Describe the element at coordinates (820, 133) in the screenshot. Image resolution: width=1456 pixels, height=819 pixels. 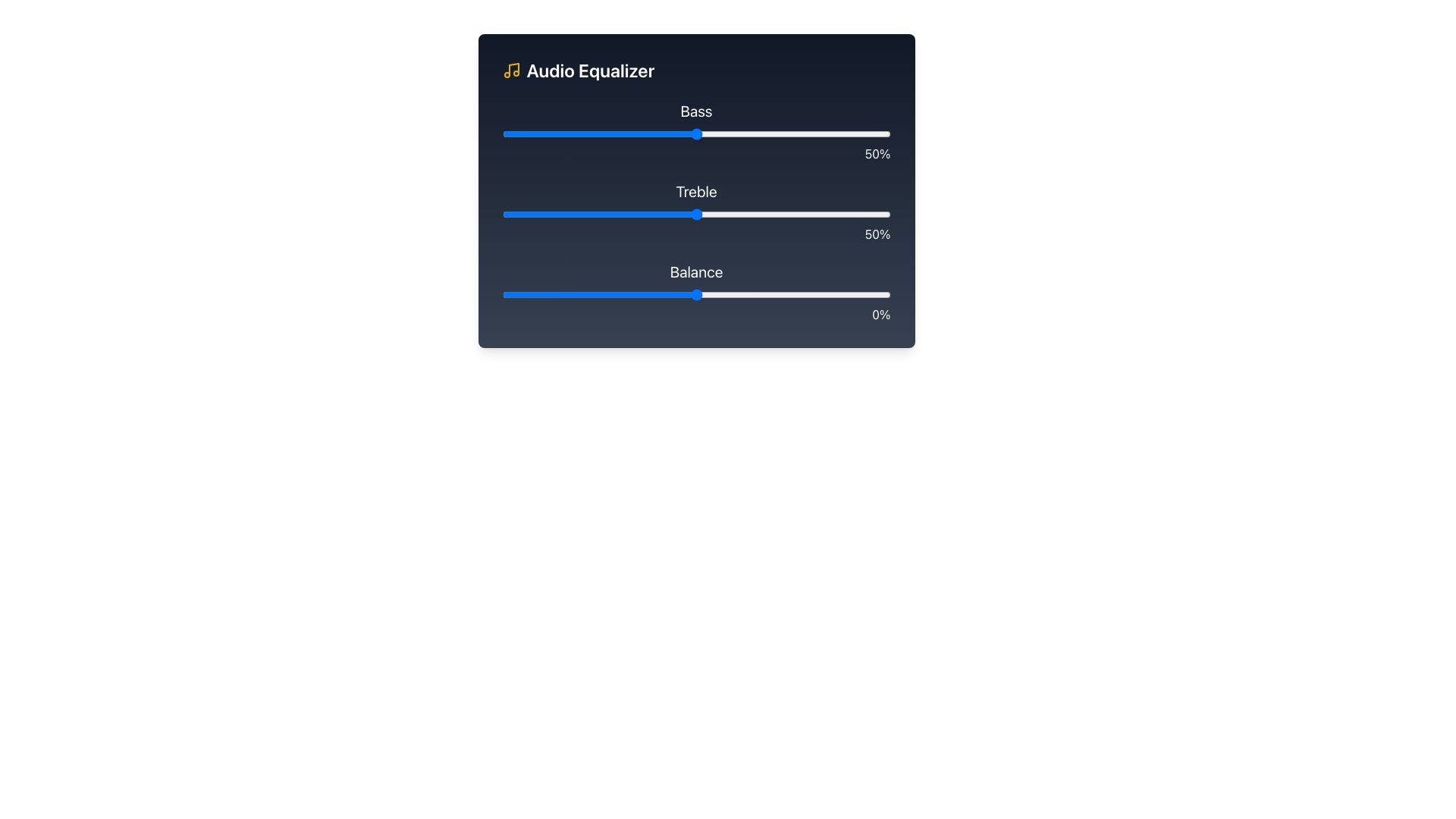
I see `the bass level` at that location.